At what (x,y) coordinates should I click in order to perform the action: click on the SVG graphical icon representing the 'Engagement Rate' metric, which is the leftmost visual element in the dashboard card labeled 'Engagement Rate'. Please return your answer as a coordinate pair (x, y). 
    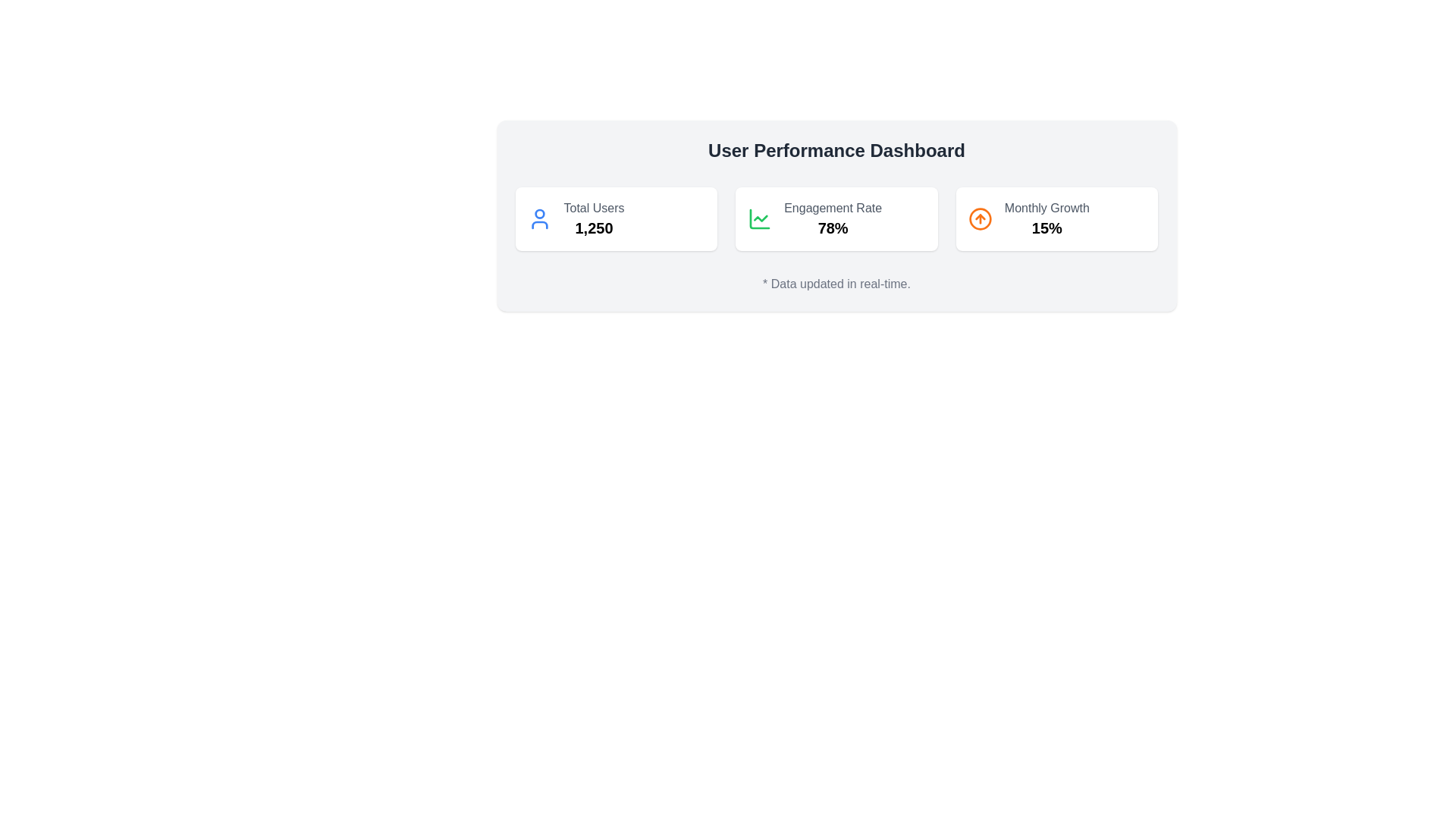
    Looking at the image, I should click on (760, 219).